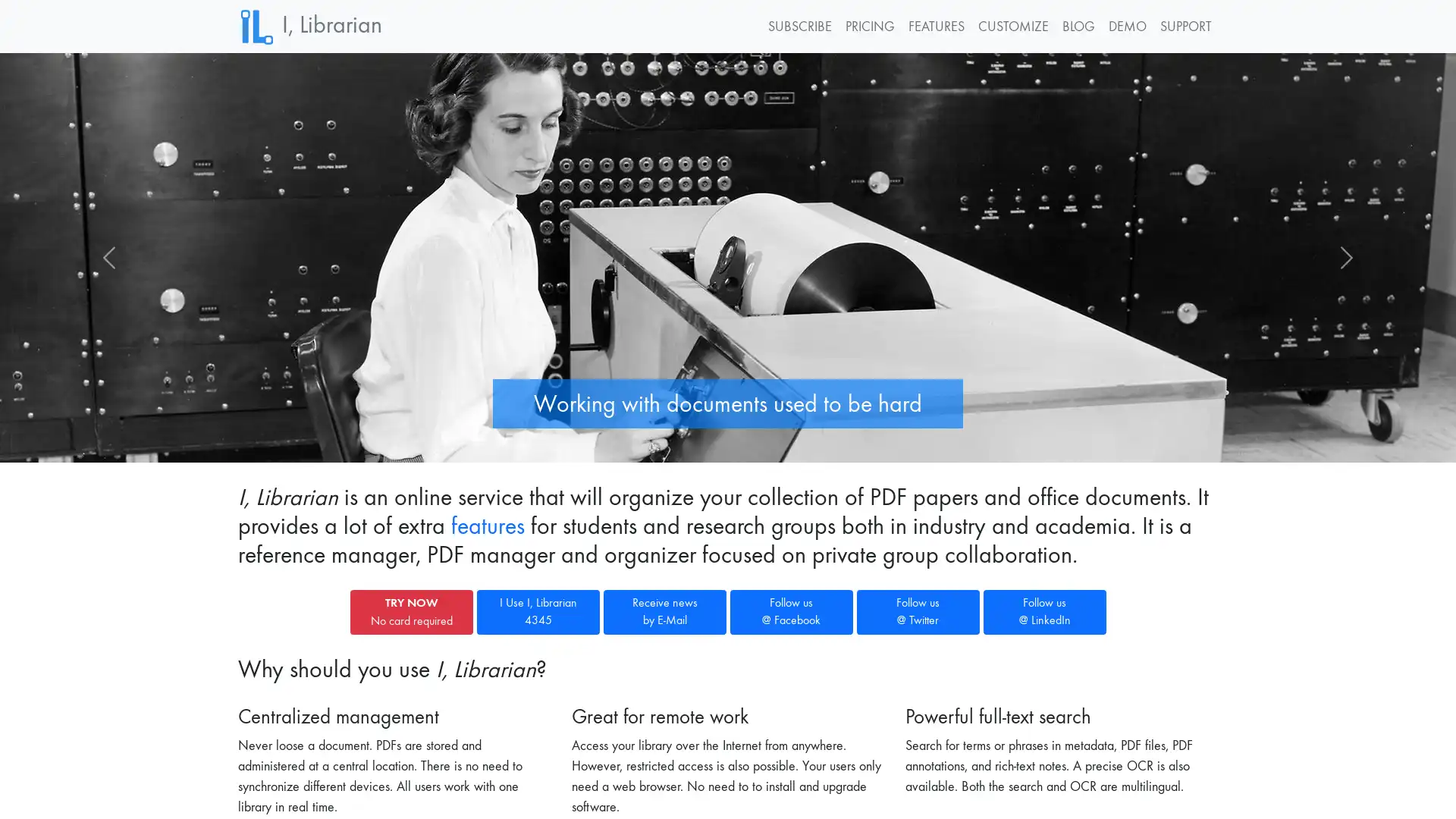 The height and width of the screenshot is (819, 1456). What do you see at coordinates (538, 610) in the screenshot?
I see `I Use I, Librarian 4345` at bounding box center [538, 610].